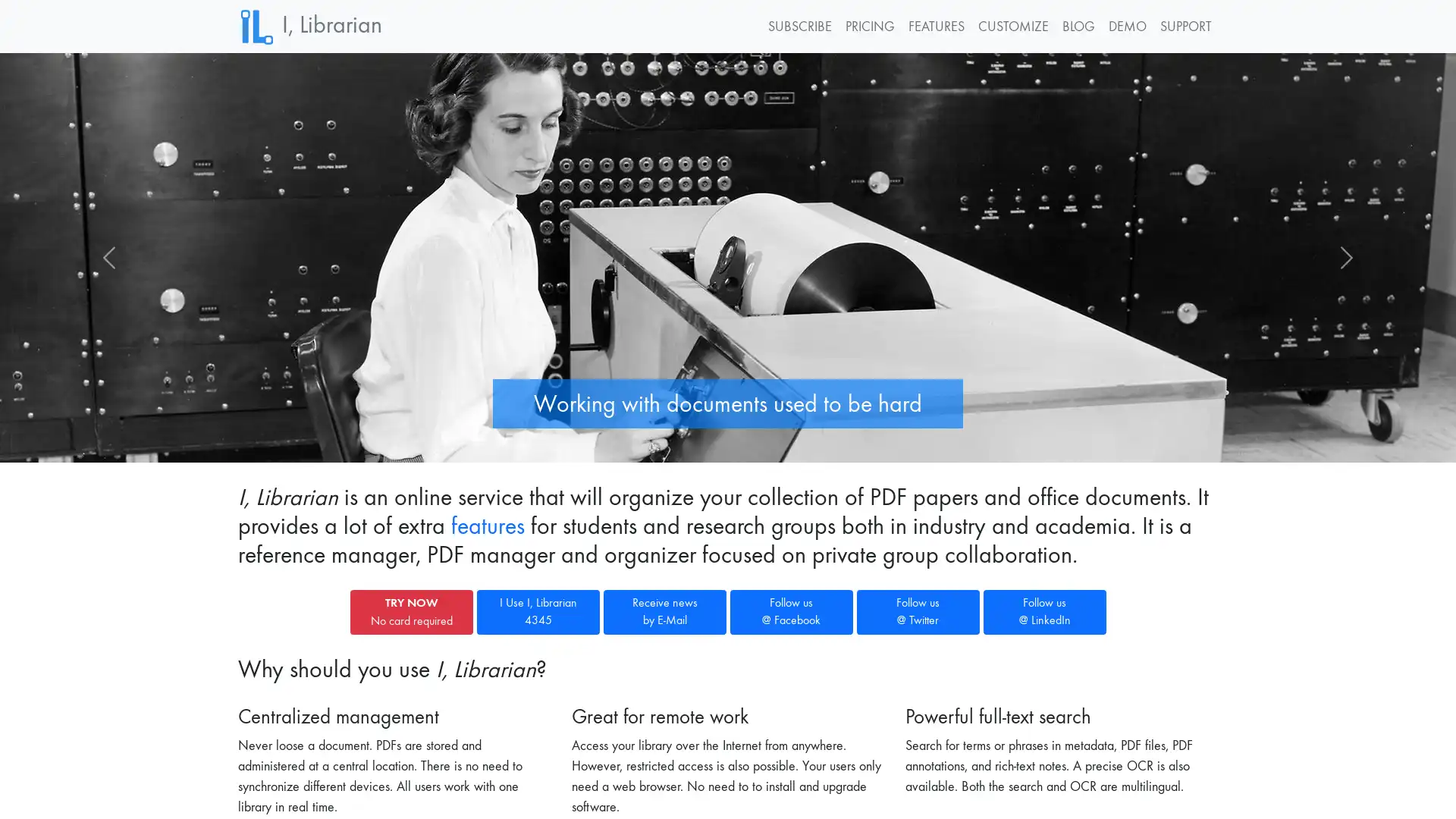 The height and width of the screenshot is (819, 1456). What do you see at coordinates (538, 610) in the screenshot?
I see `I Use I, Librarian 4345` at bounding box center [538, 610].